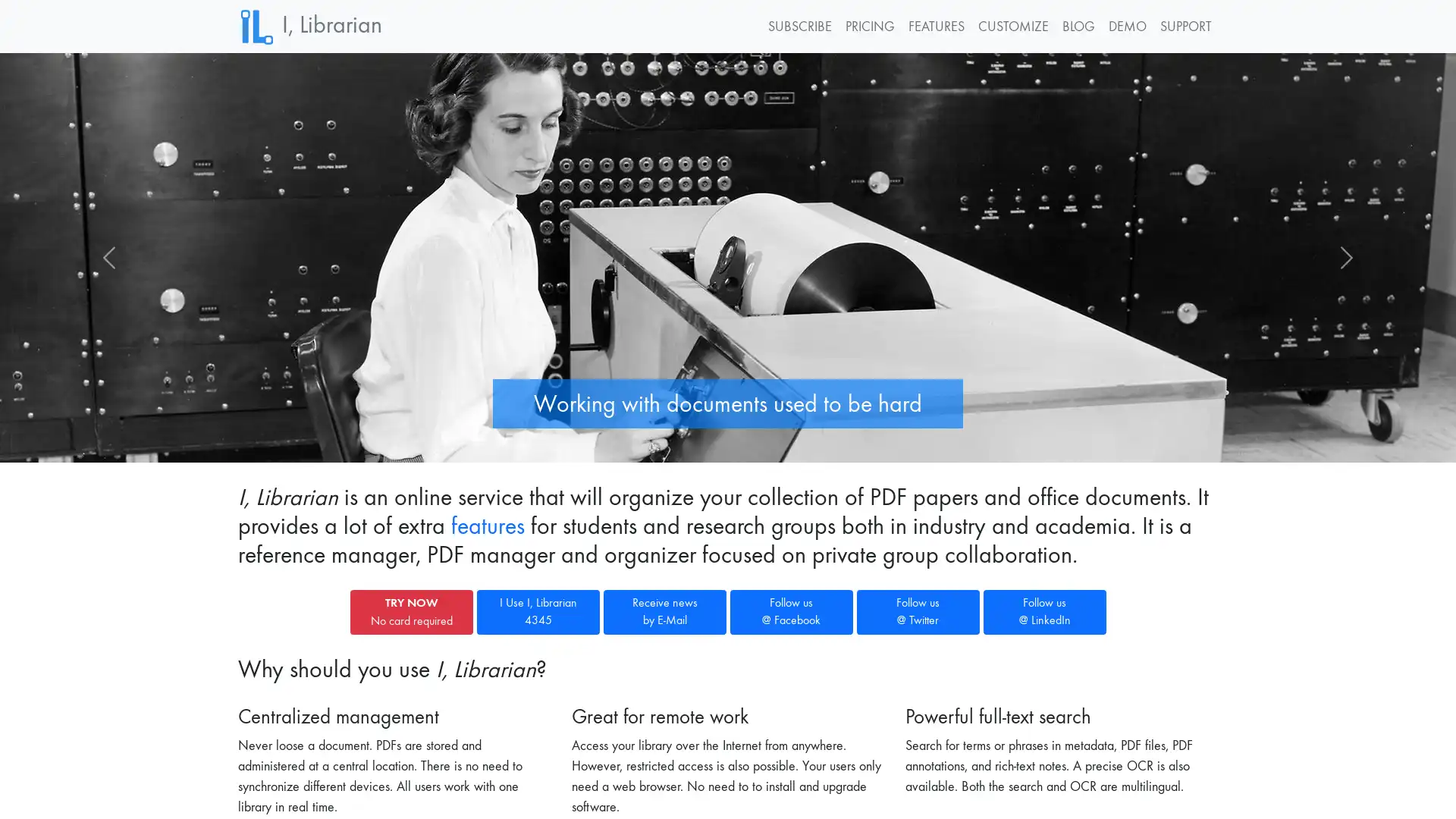 The height and width of the screenshot is (819, 1456). What do you see at coordinates (538, 610) in the screenshot?
I see `I Use I, Librarian 4345` at bounding box center [538, 610].